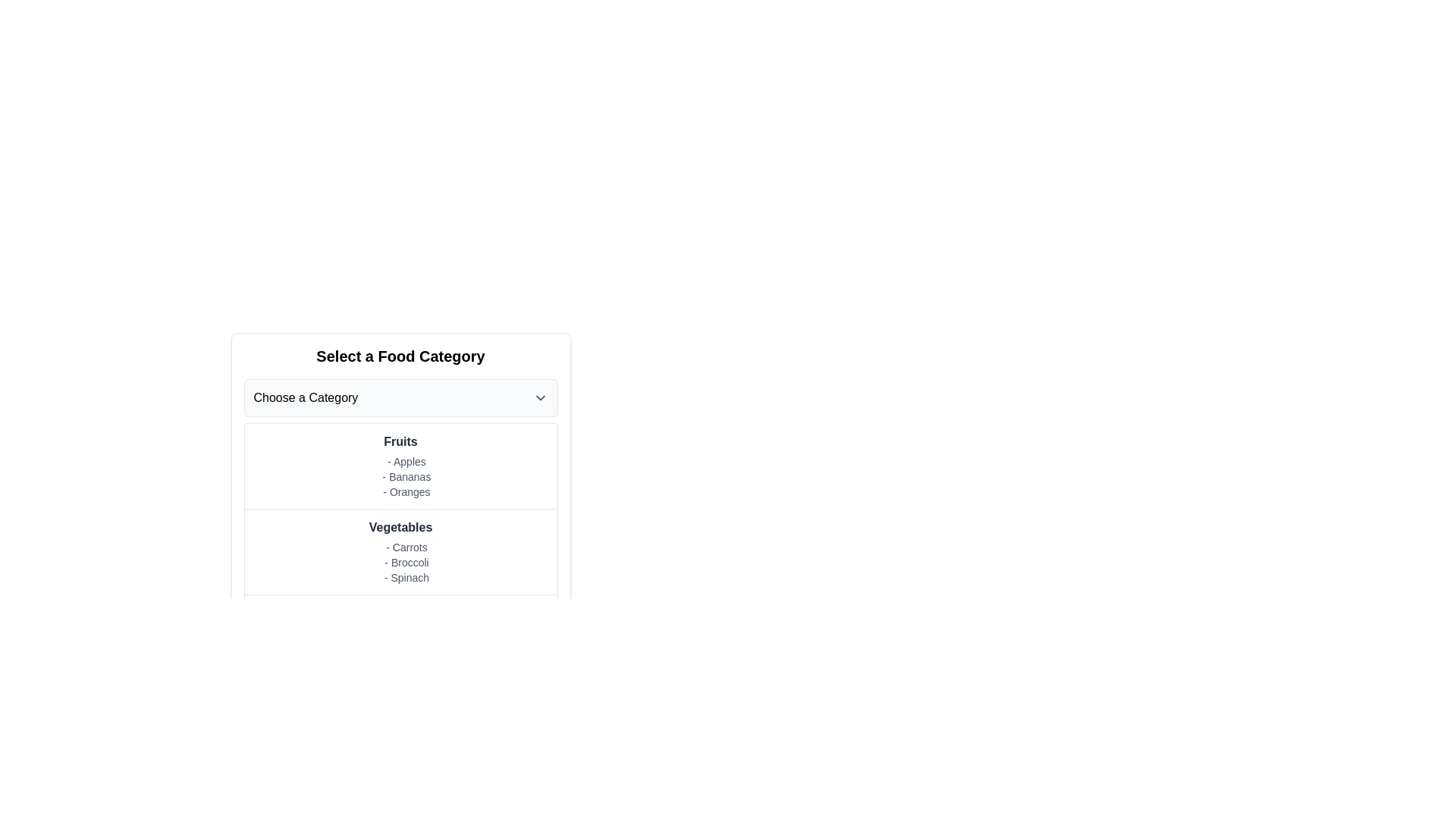 This screenshot has width=1456, height=819. I want to click on the text item '- Carrots' in the vegetable list, which is styled with a small-sized sans-serif font and is the first item under the 'Vegetables' section, so click(406, 547).